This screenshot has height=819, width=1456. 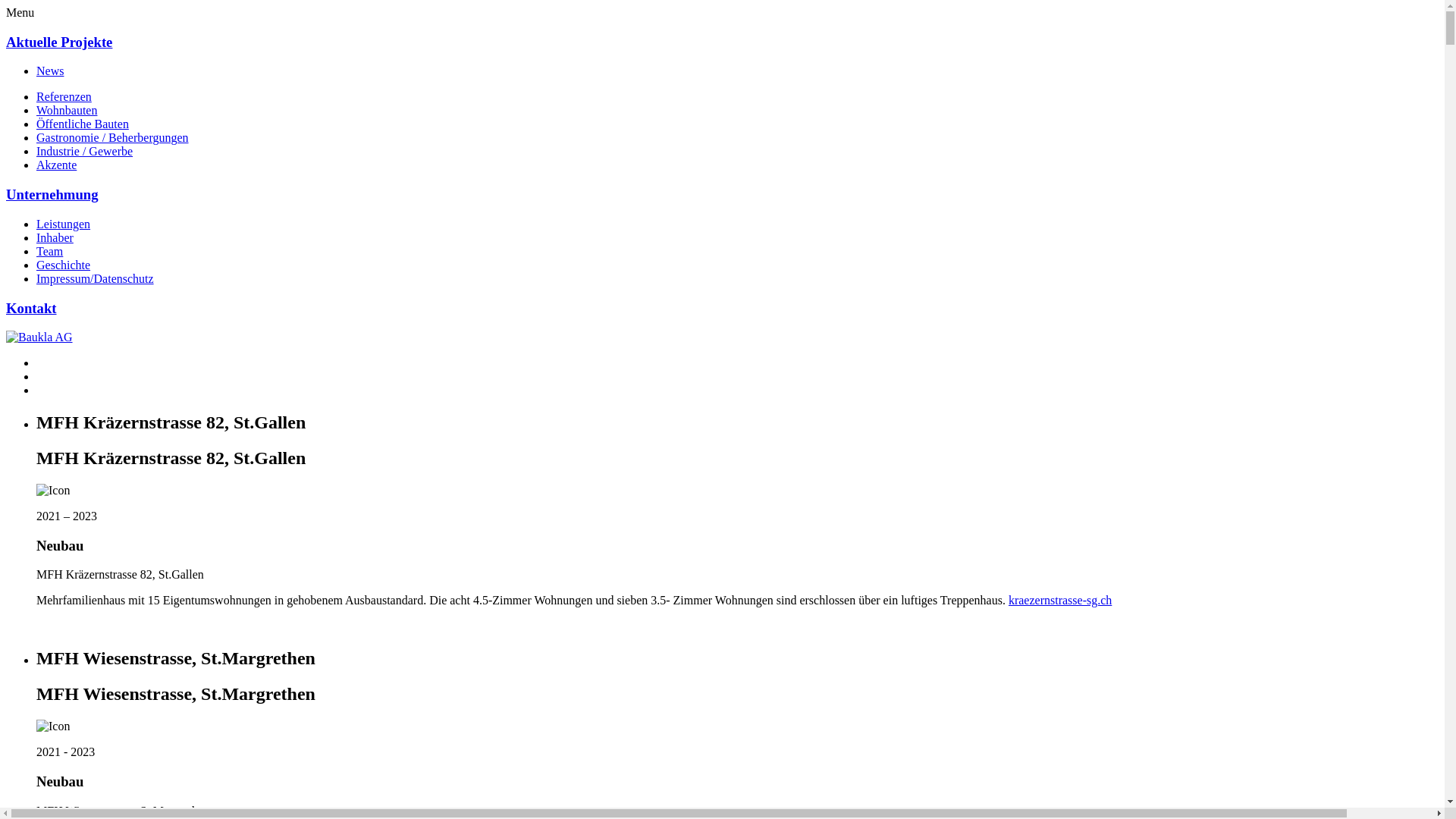 I want to click on 'Leistungen', so click(x=62, y=224).